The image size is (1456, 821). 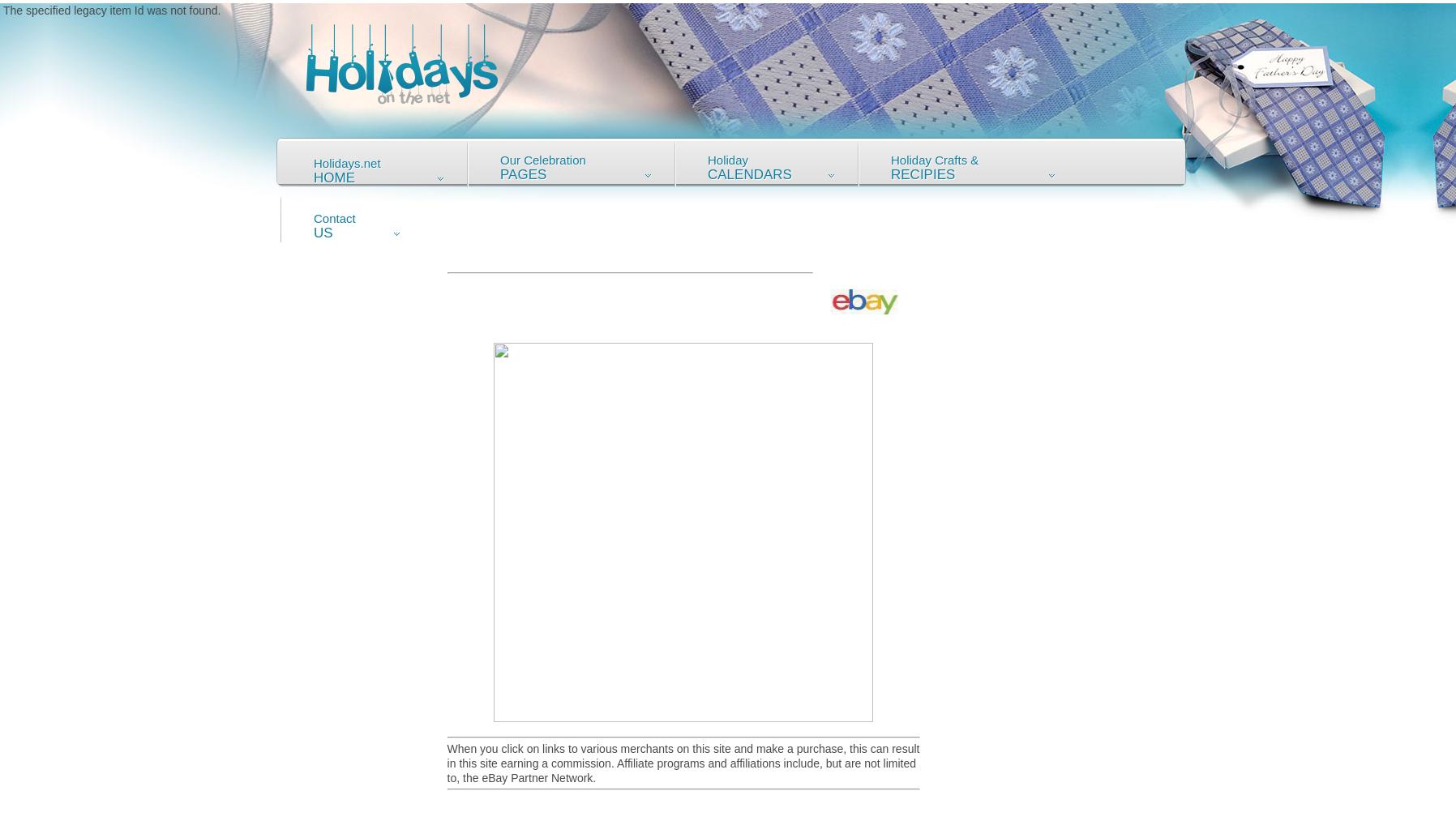 What do you see at coordinates (522, 173) in the screenshot?
I see `'Pages'` at bounding box center [522, 173].